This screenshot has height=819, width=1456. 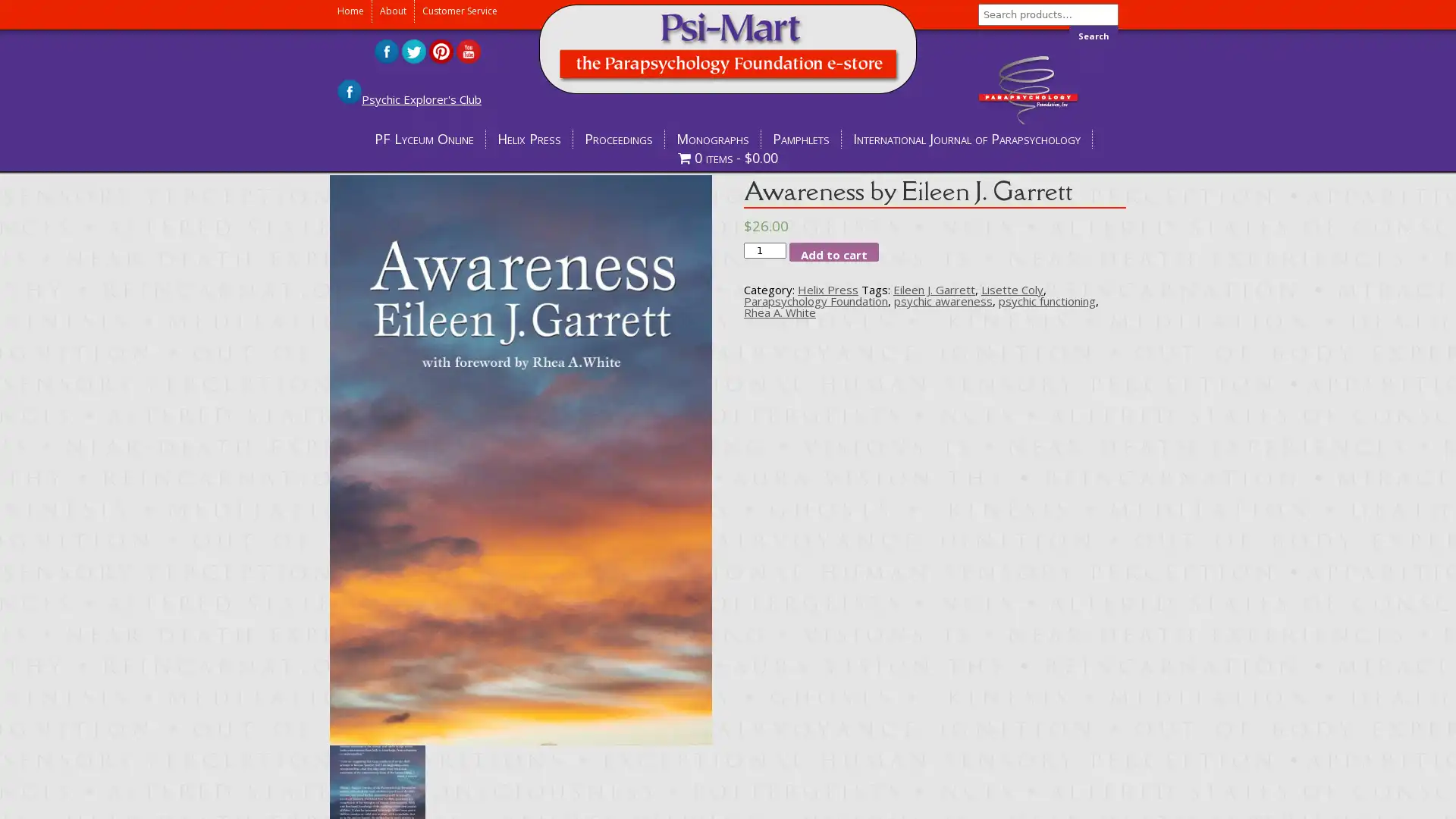 I want to click on Add to cart, so click(x=833, y=250).